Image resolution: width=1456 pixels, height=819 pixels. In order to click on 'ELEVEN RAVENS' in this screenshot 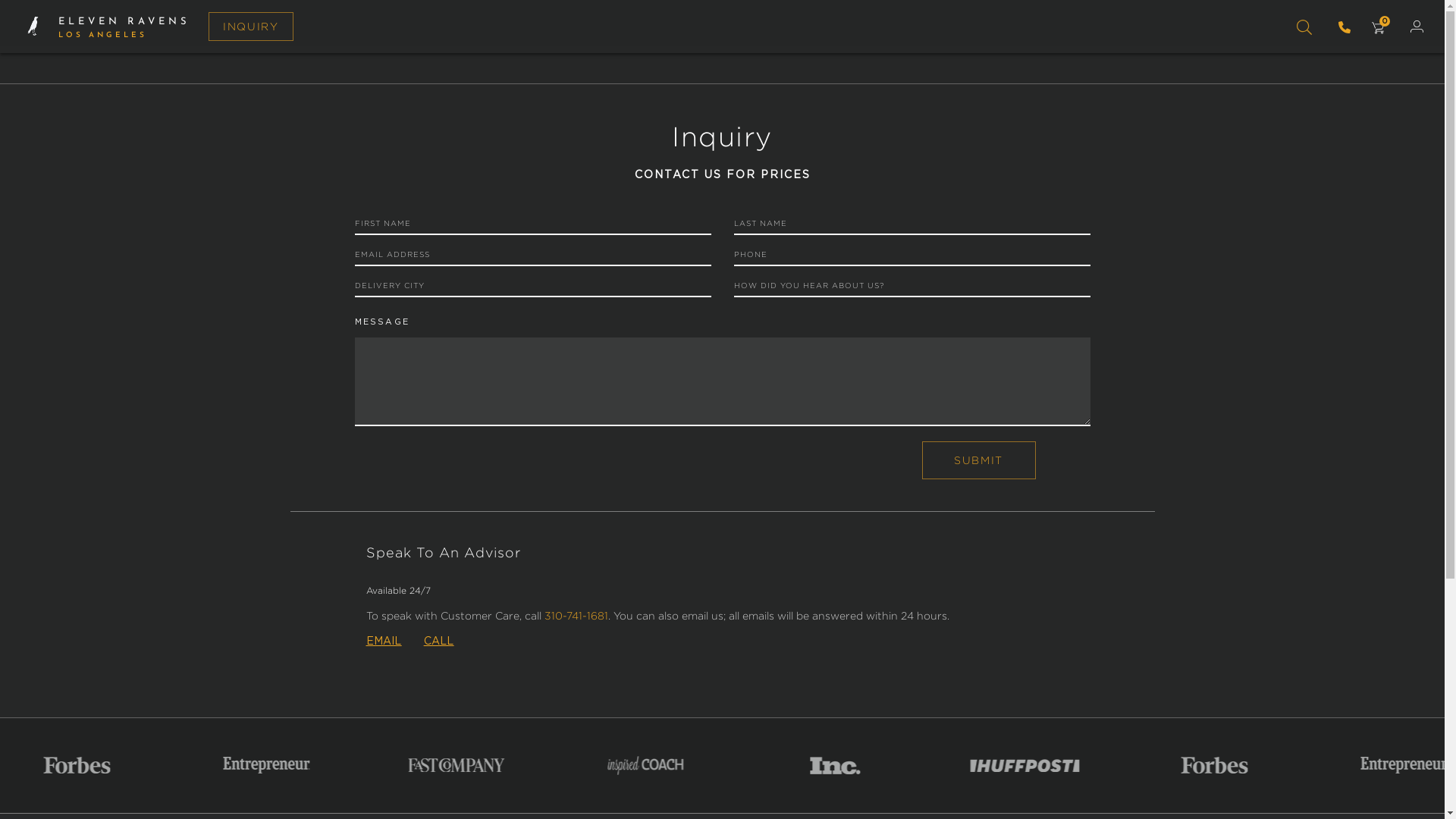, I will do `click(124, 20)`.